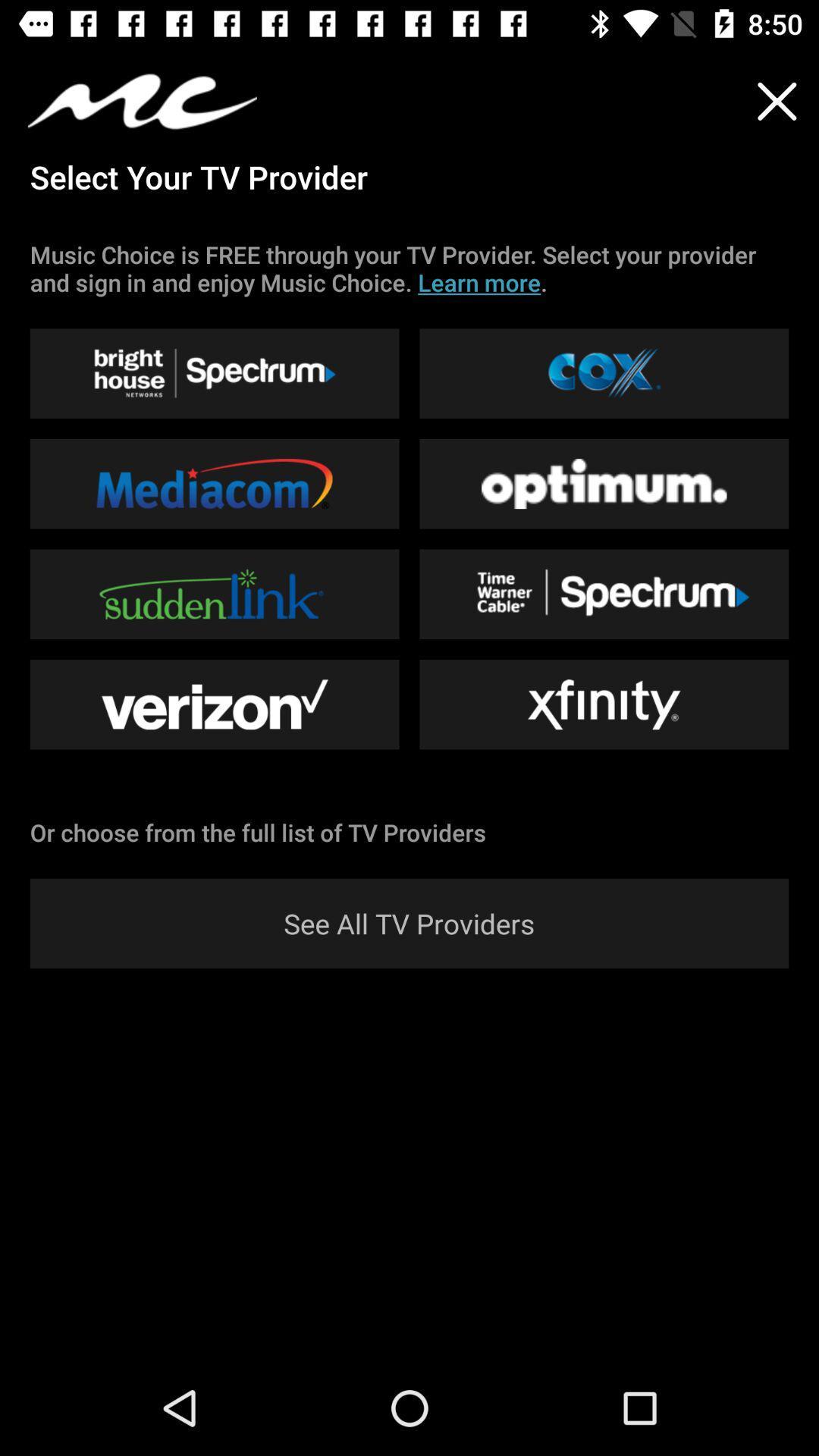 The height and width of the screenshot is (1456, 819). I want to click on the icon which is above the text select your tv provider, so click(143, 101).